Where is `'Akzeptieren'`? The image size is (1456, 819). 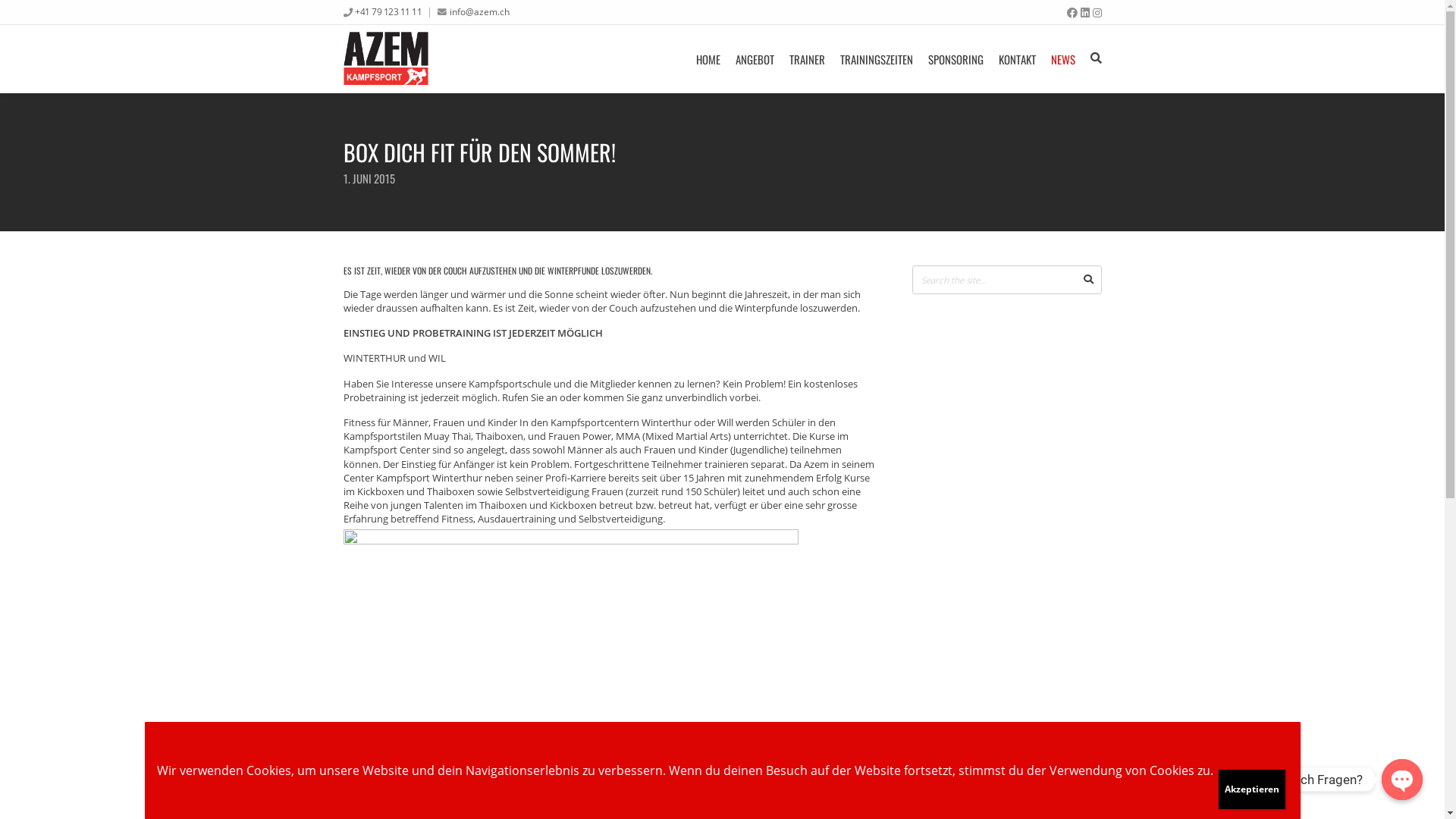
'Akzeptieren' is located at coordinates (1218, 789).